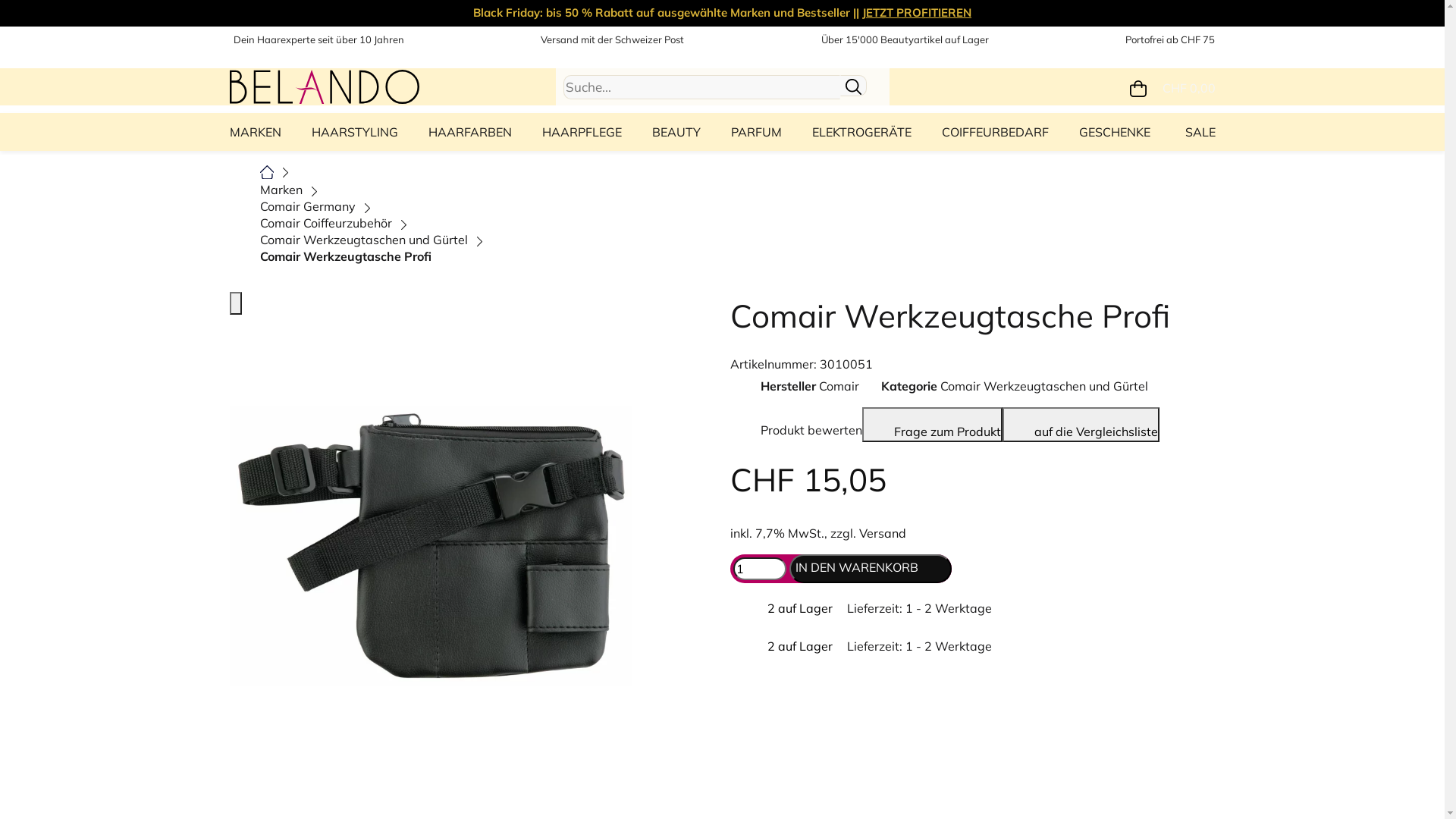  I want to click on 'Startseite', so click(266, 170).